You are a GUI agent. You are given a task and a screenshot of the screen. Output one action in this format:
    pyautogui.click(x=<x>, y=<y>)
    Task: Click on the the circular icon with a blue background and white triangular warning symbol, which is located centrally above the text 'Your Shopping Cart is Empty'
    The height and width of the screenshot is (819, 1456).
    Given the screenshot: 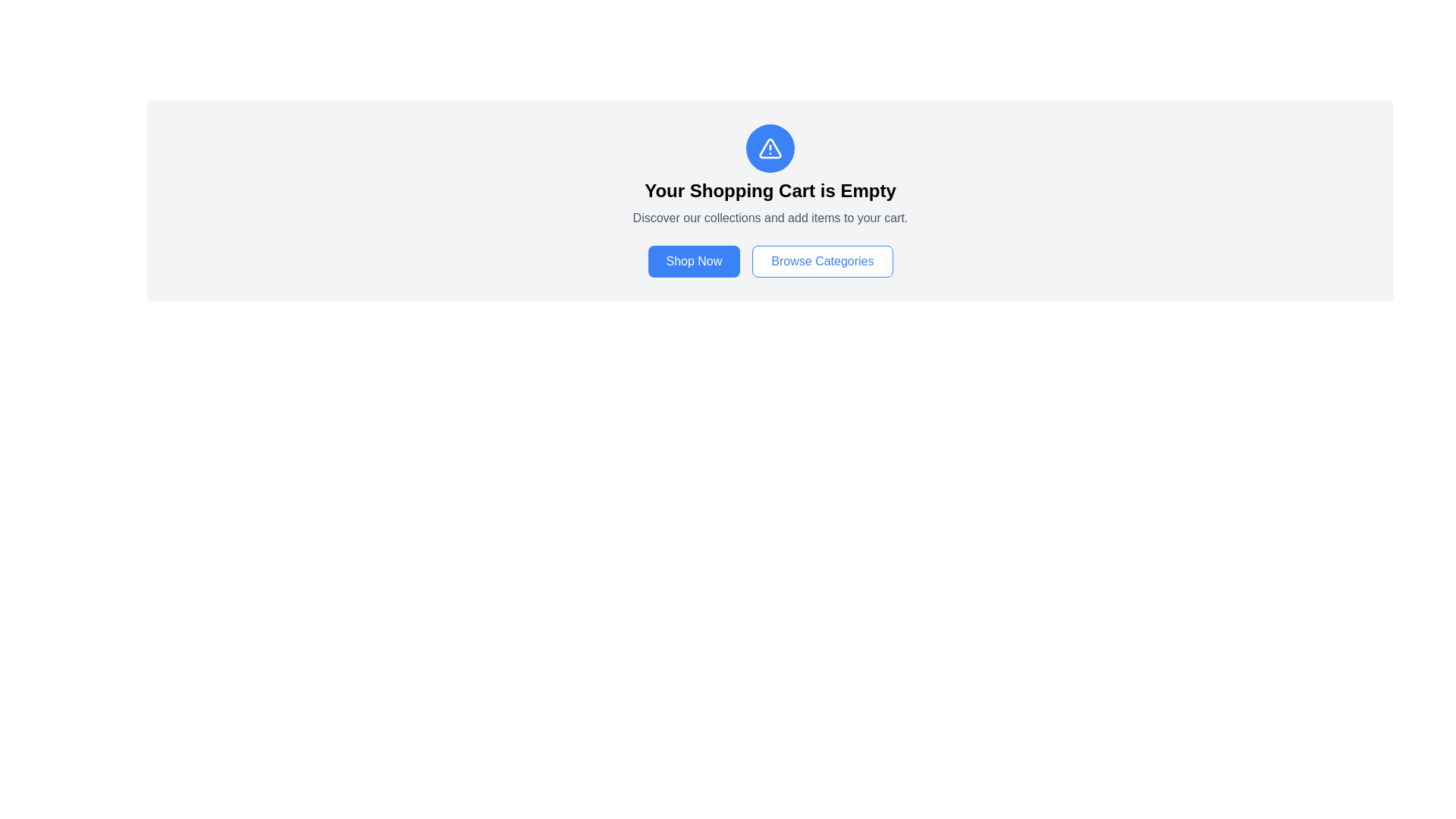 What is the action you would take?
    pyautogui.click(x=770, y=149)
    